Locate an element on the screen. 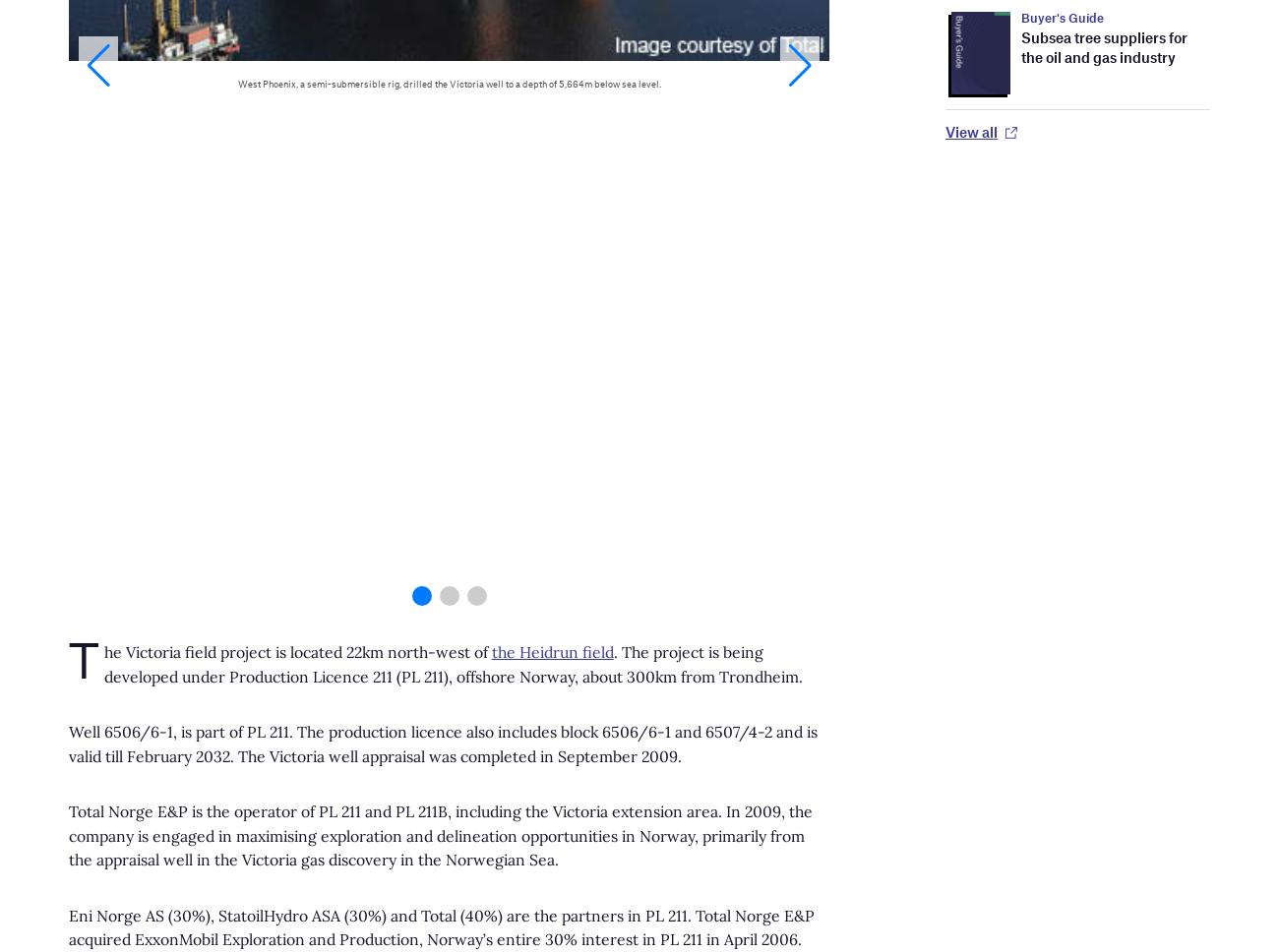 The image size is (1279, 952). 'close' is located at coordinates (1221, 49).